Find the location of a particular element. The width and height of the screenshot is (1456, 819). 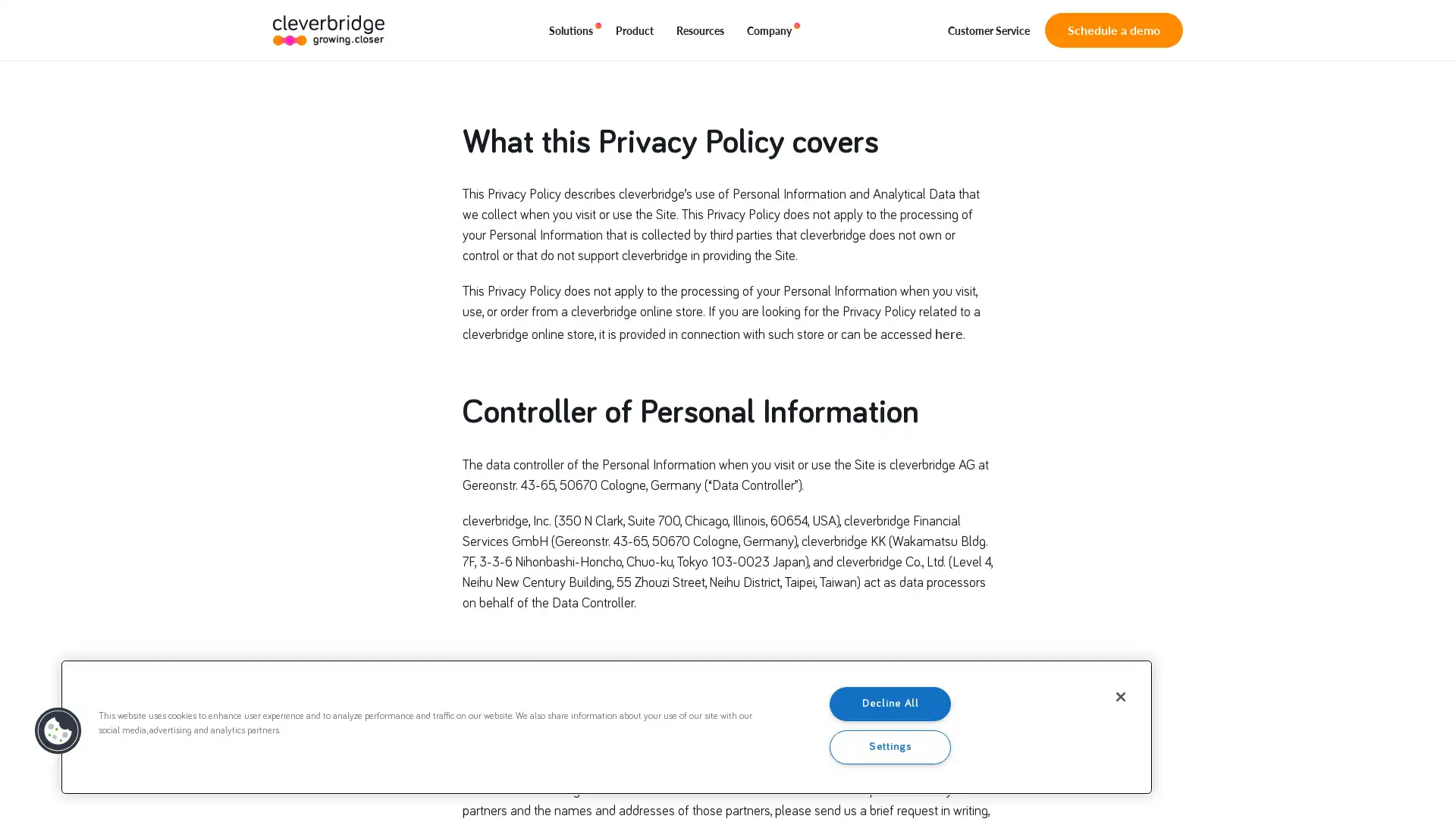

Settings is located at coordinates (890, 745).